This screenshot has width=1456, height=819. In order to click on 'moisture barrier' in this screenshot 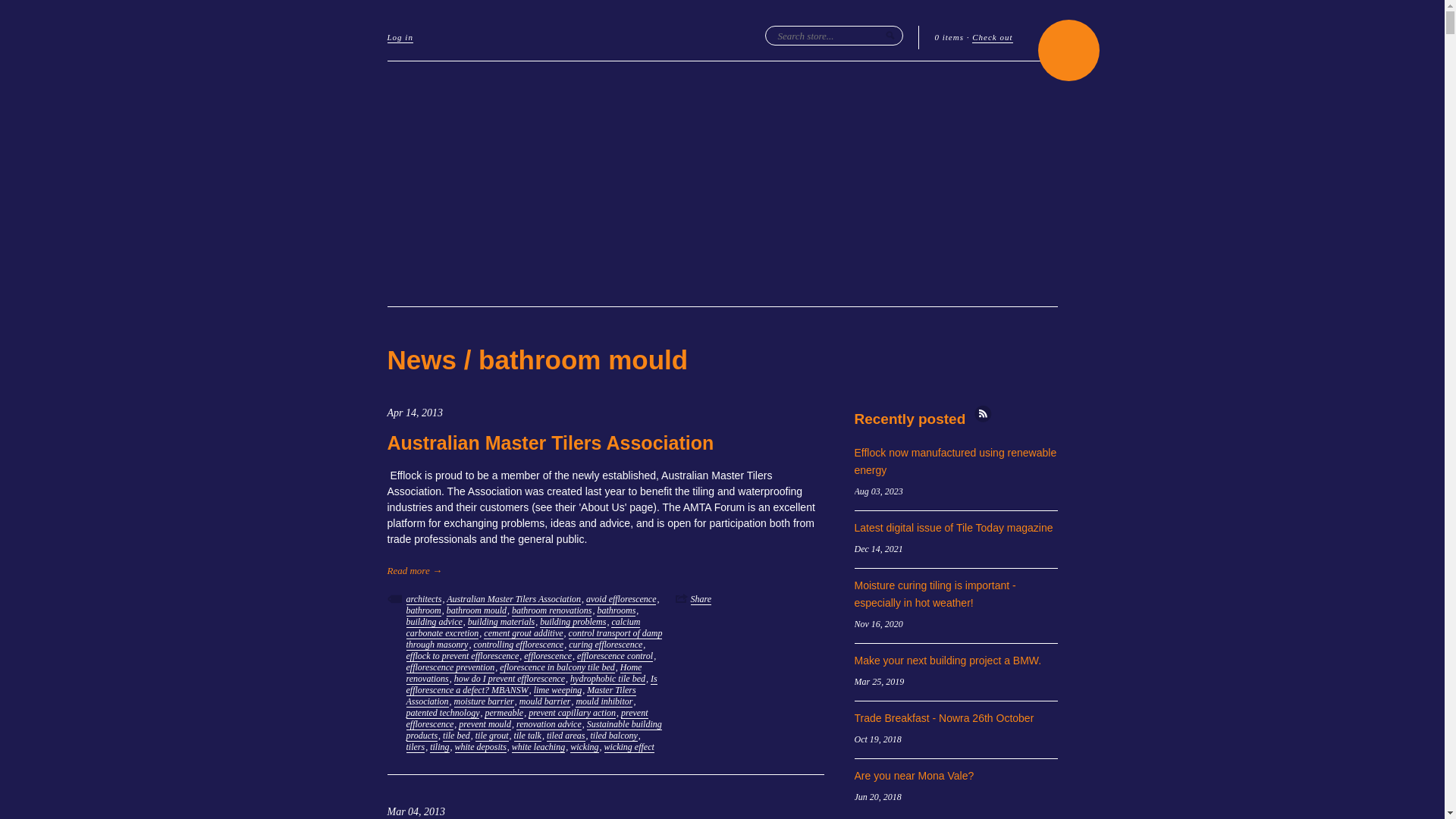, I will do `click(453, 701)`.